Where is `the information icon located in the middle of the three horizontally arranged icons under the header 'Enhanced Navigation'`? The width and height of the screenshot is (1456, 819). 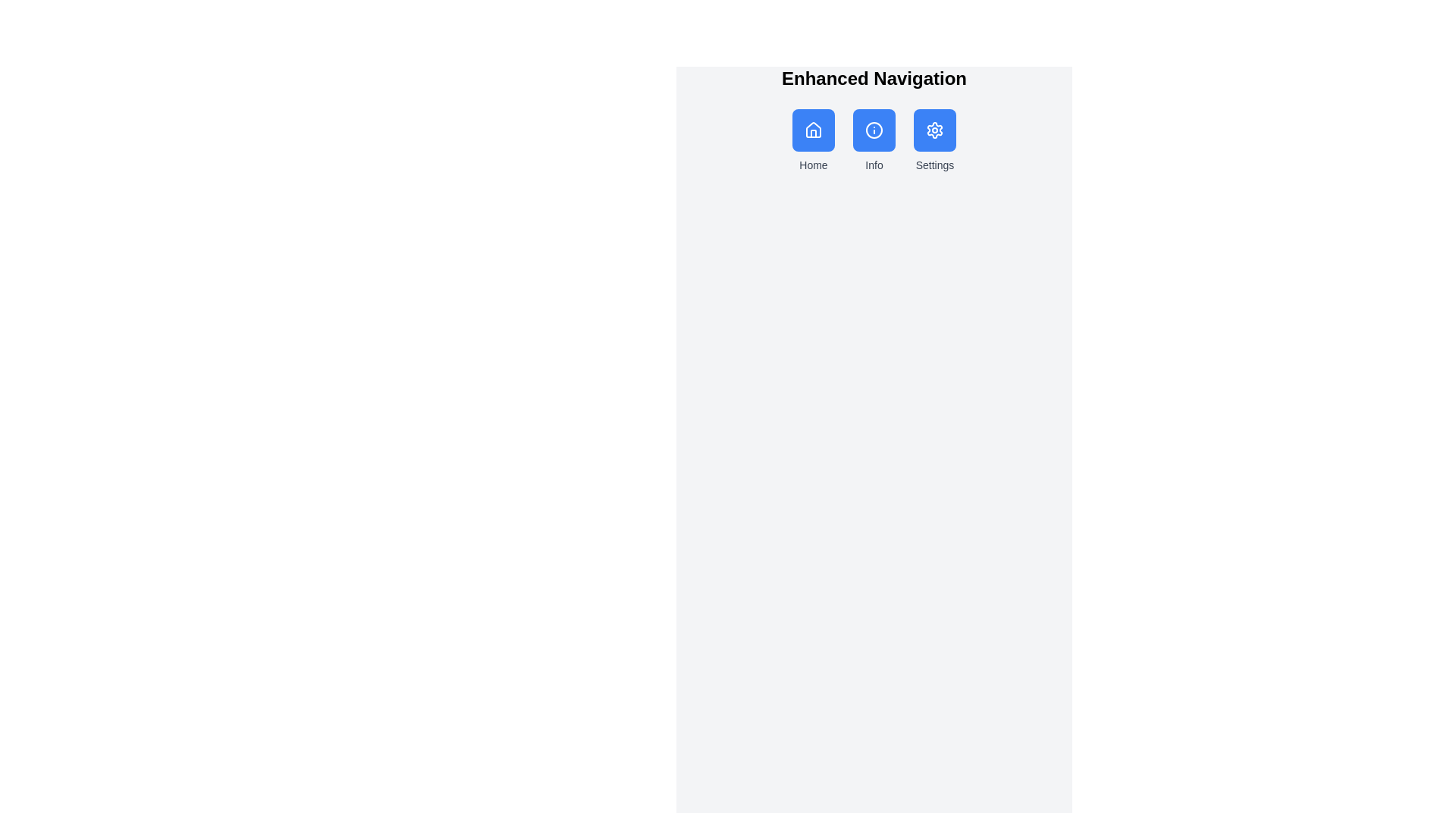
the information icon located in the middle of the three horizontally arranged icons under the header 'Enhanced Navigation' is located at coordinates (874, 130).